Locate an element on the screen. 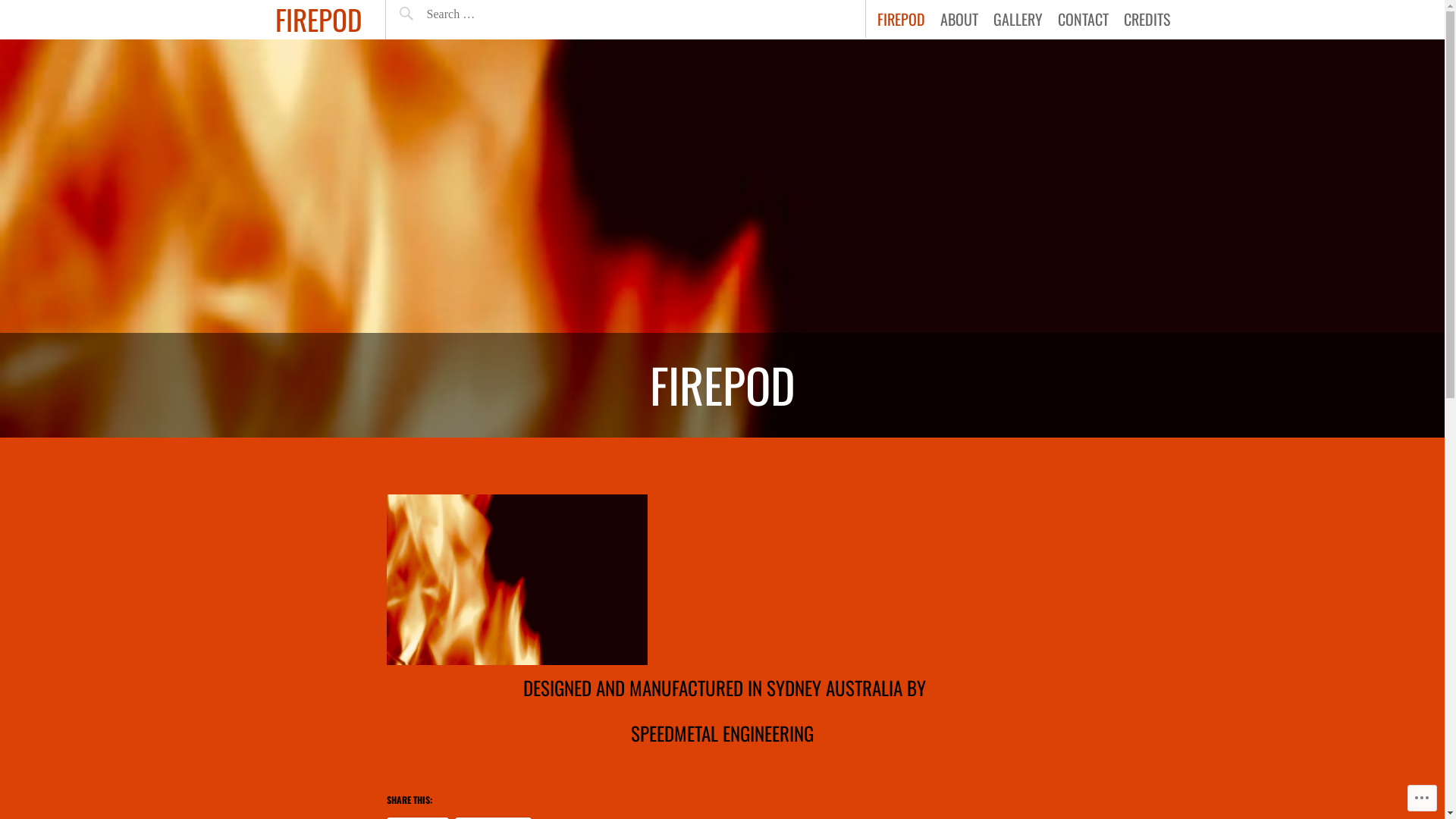 This screenshot has height=819, width=1456. 'CONTACT' is located at coordinates (1081, 18).